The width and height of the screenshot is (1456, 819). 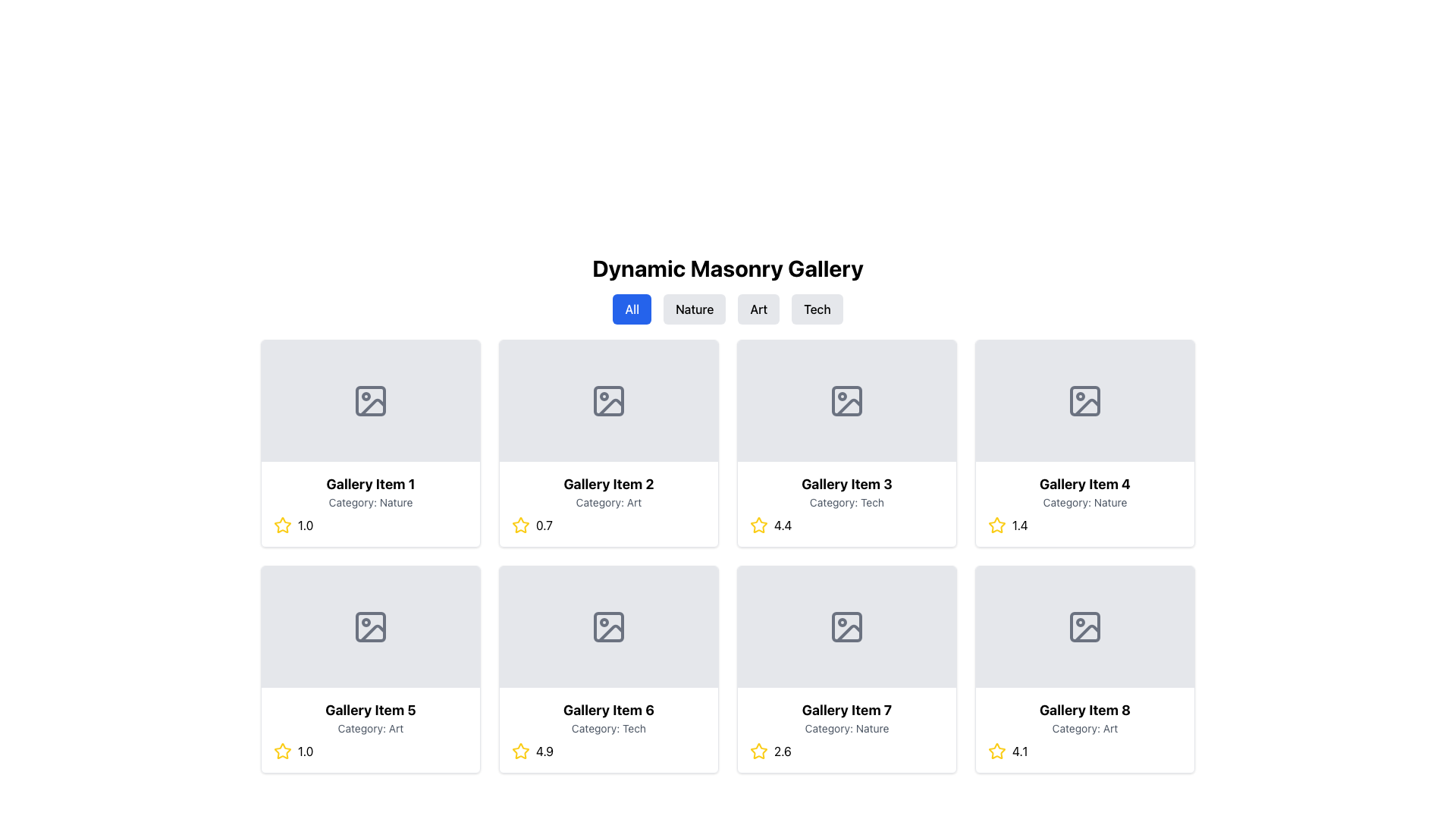 What do you see at coordinates (997, 525) in the screenshot?
I see `the star icon located at the bottom left of the card labeled 'Gallery Item 4' to interact with the rating system` at bounding box center [997, 525].